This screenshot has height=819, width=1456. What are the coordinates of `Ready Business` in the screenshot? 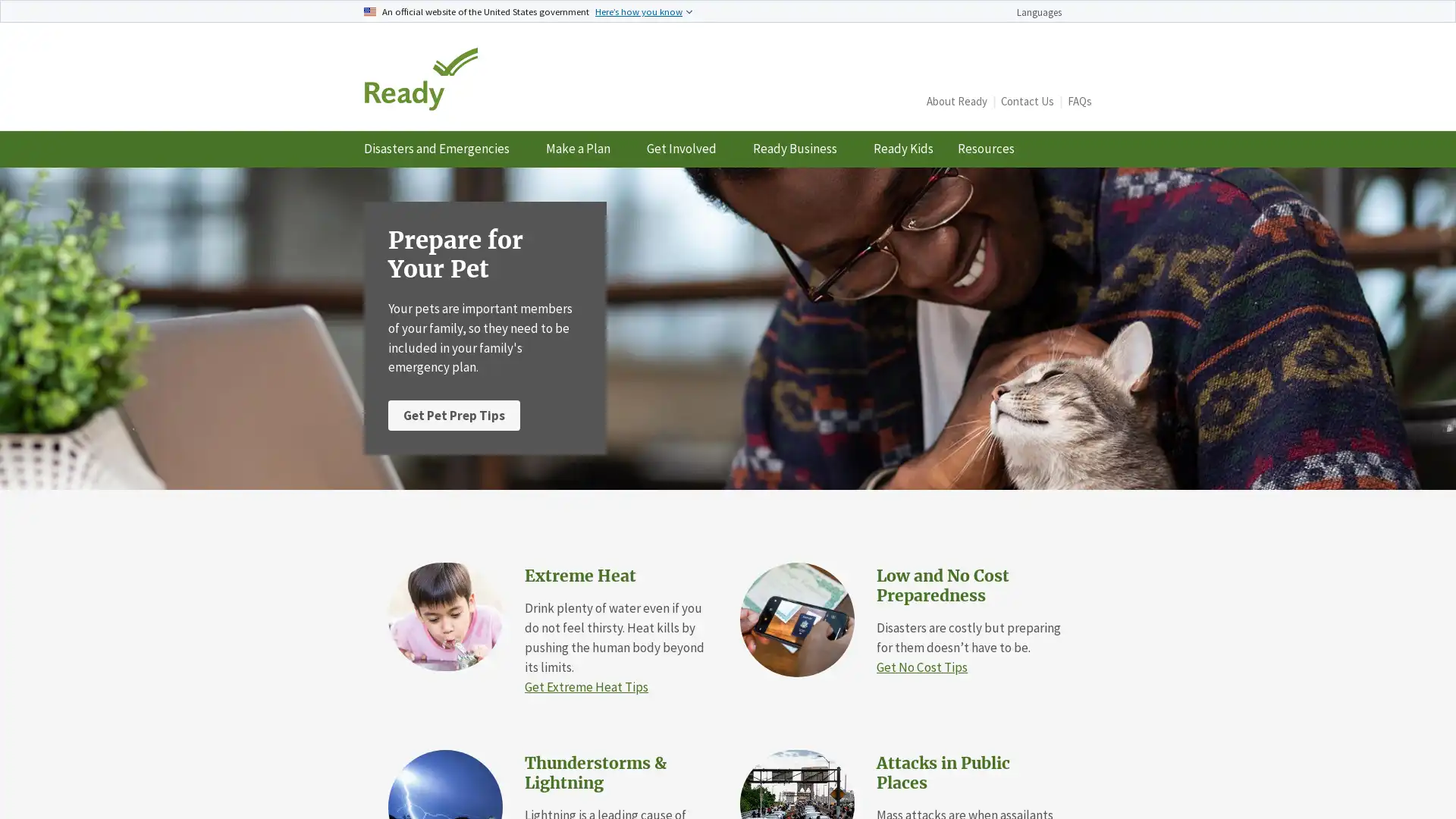 It's located at (800, 149).